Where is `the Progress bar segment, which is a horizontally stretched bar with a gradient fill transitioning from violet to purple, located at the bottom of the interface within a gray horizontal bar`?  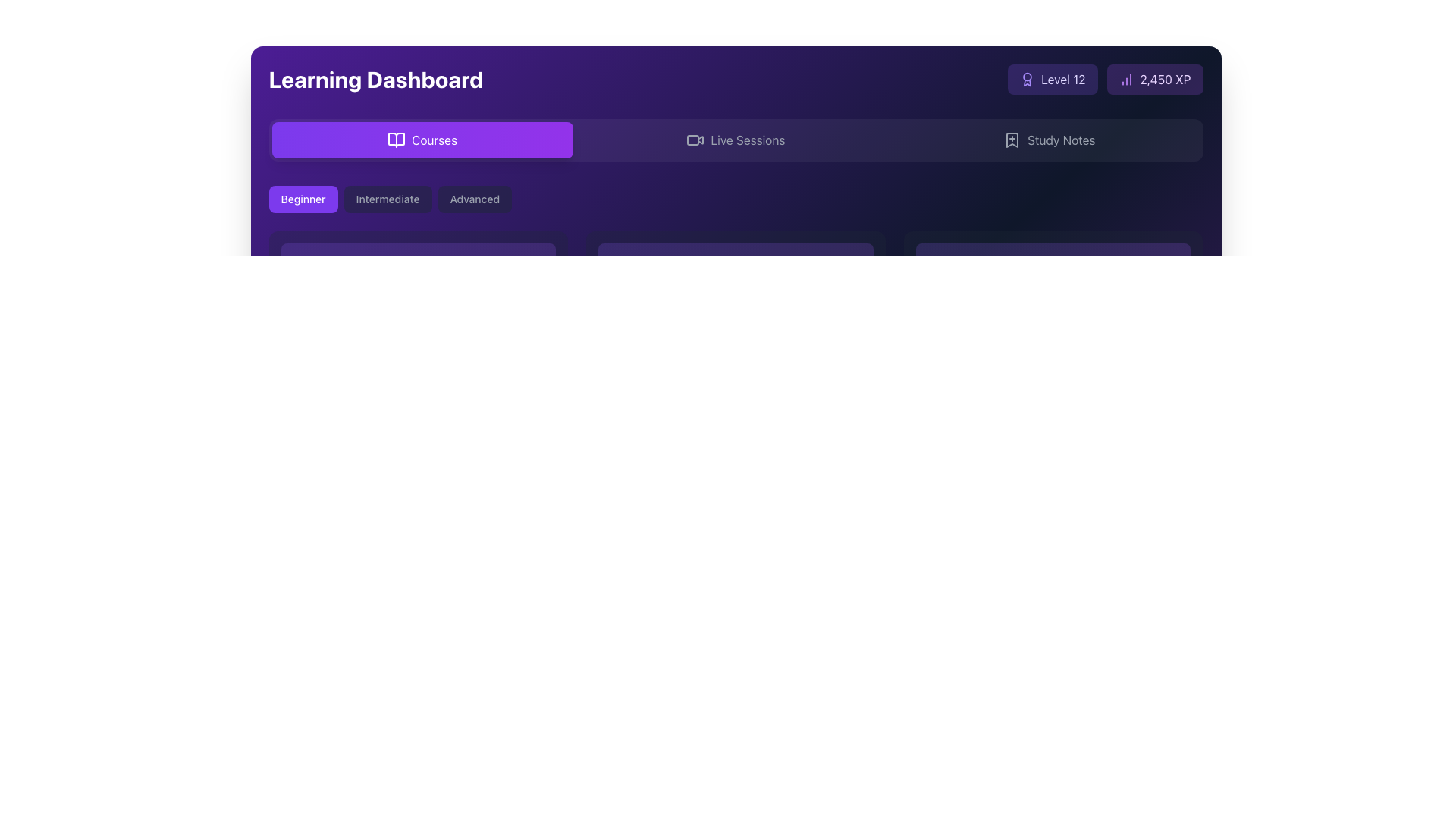 the Progress bar segment, which is a horizontally stretched bar with a gradient fill transitioning from violet to purple, located at the bottom of the interface within a gray horizontal bar is located at coordinates (362, 786).